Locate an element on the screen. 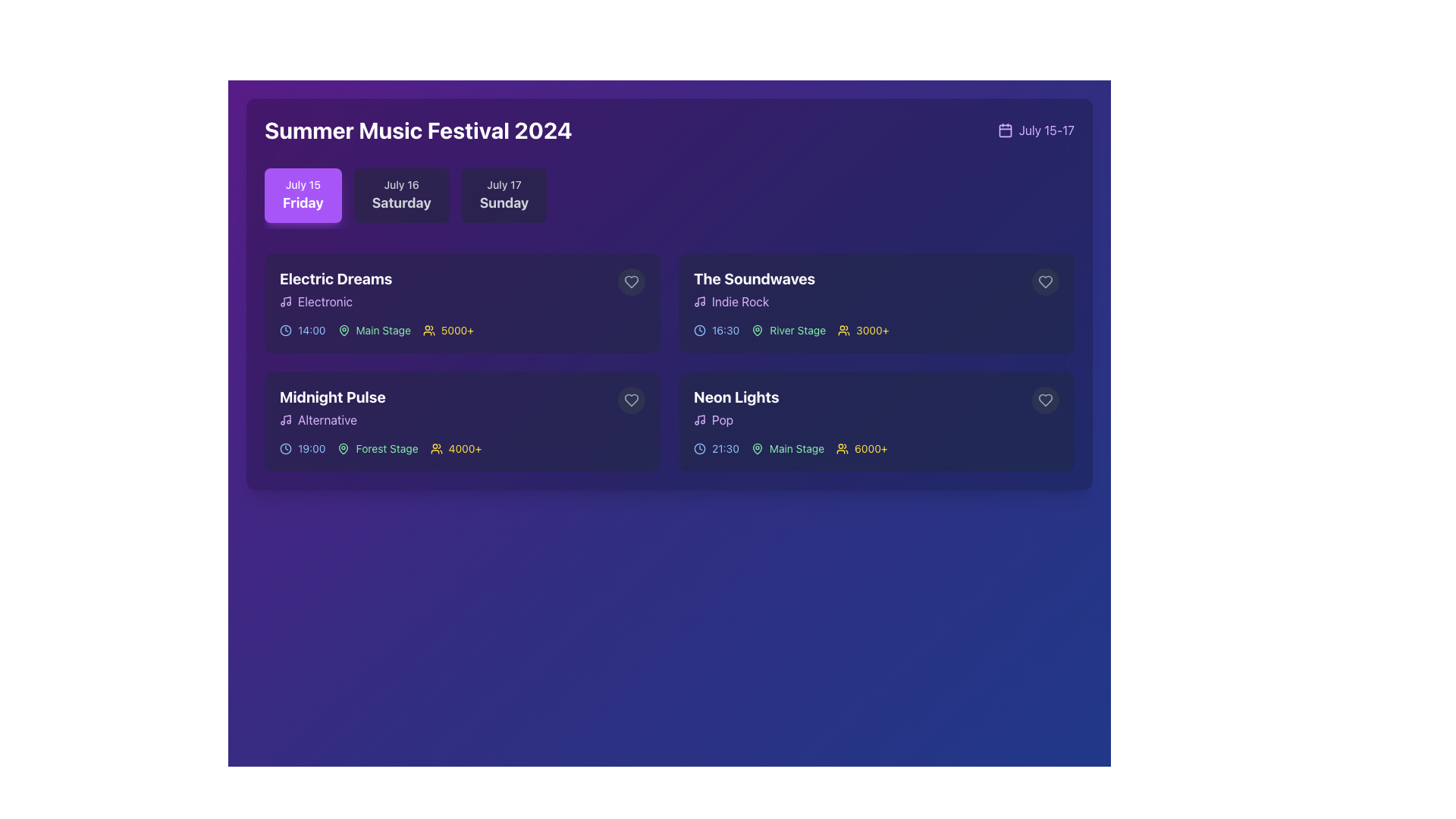 This screenshot has height=819, width=1456. the heart icon representing the 'favorite' button located in the top-right corner of the first event card for 'Electric Dreams' is located at coordinates (632, 281).